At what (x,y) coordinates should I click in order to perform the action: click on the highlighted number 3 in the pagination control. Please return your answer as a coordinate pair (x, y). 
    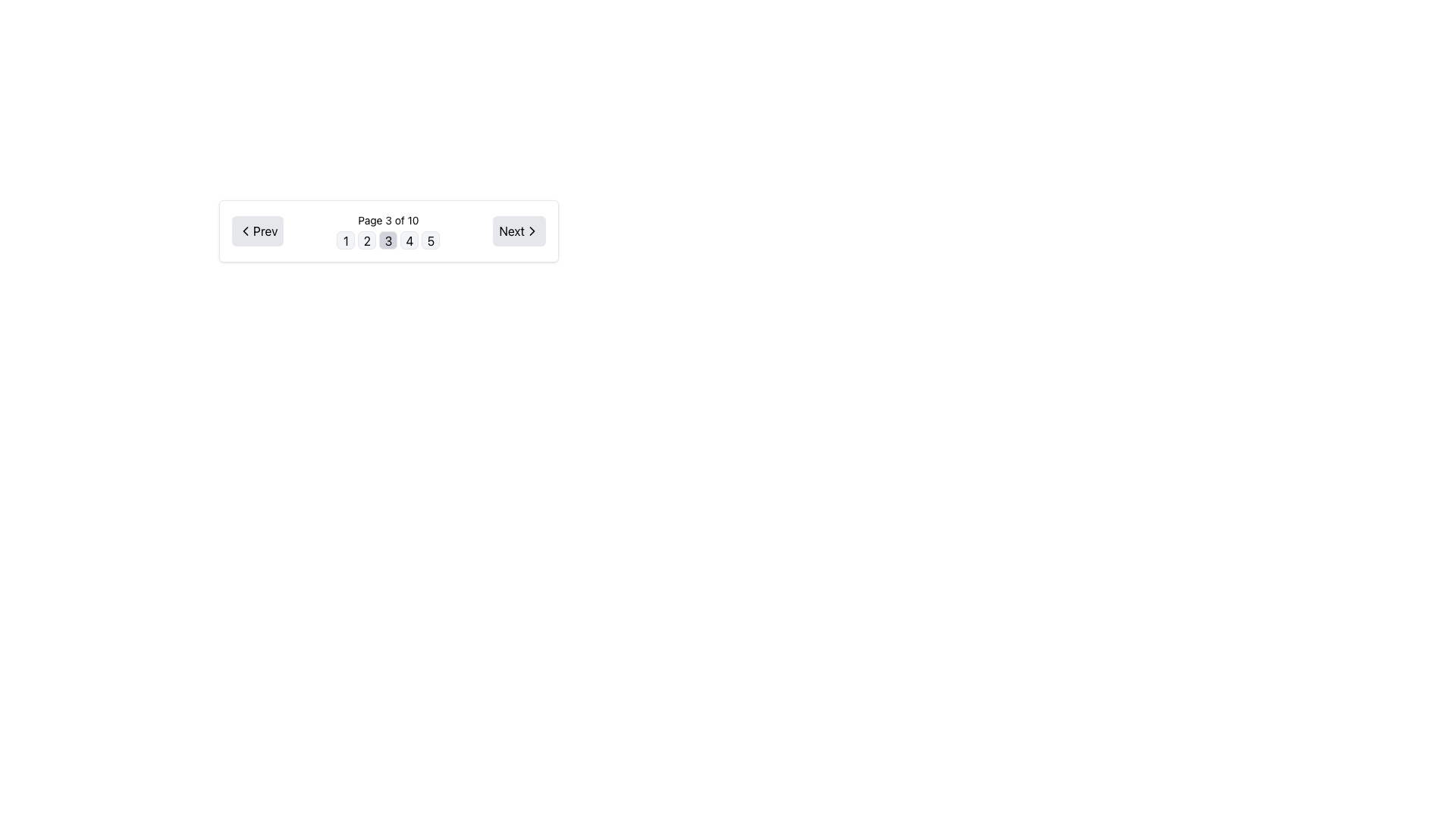
    Looking at the image, I should click on (388, 231).